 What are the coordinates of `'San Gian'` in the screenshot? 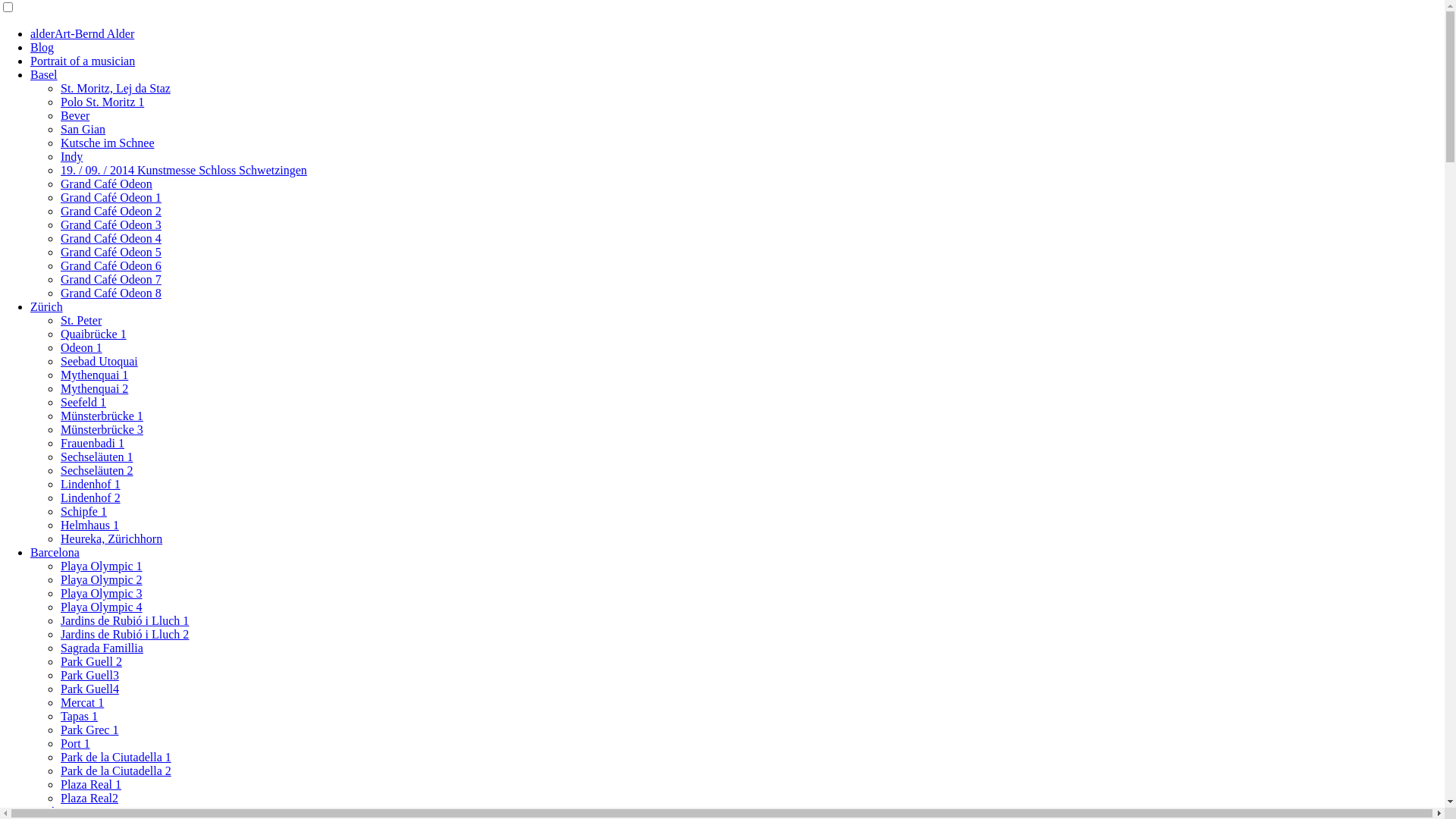 It's located at (82, 128).